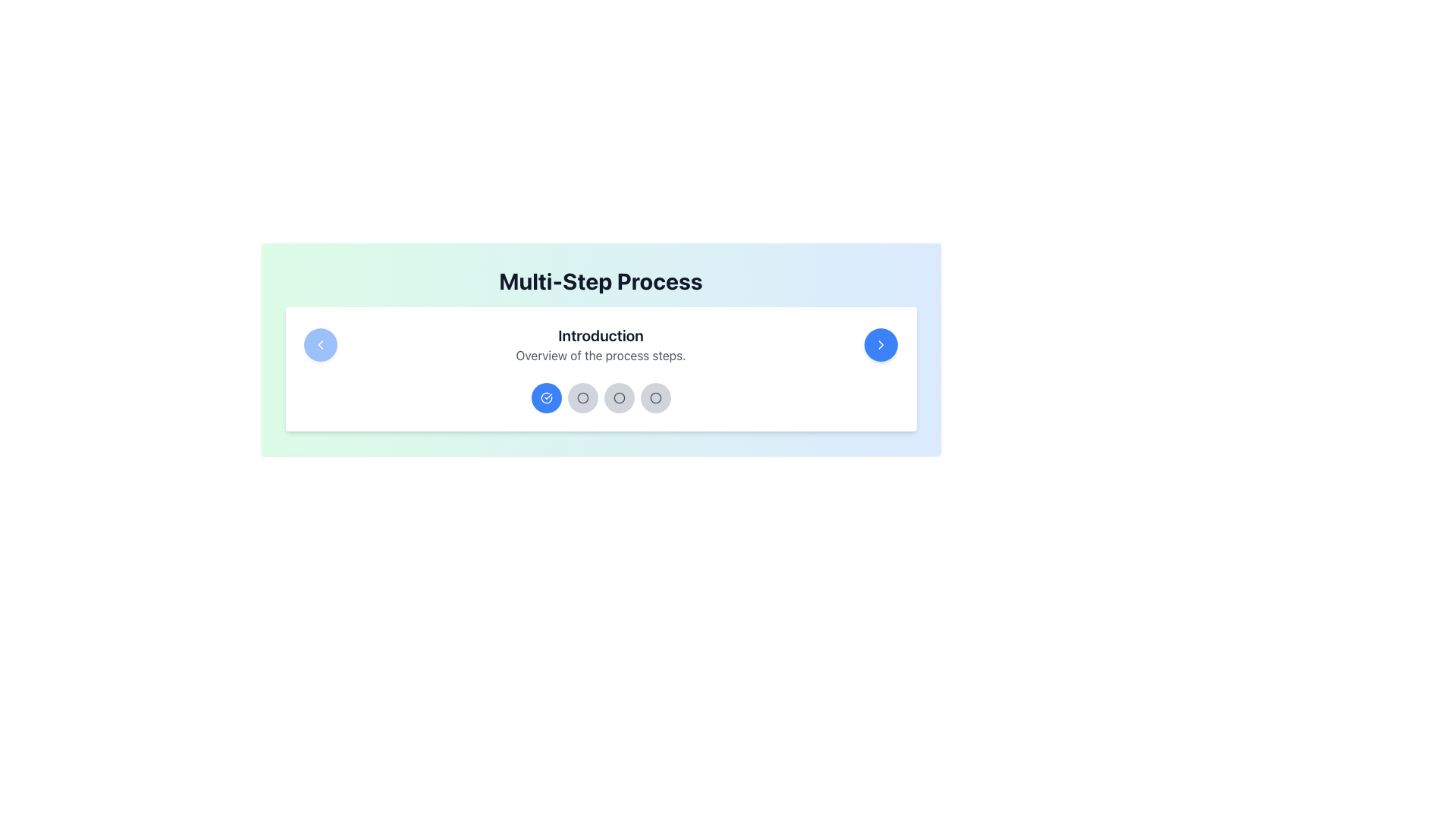  I want to click on the Circle icon, which is the fourth circular element with a black stroke located at the bottom of the step overview section, so click(582, 397).